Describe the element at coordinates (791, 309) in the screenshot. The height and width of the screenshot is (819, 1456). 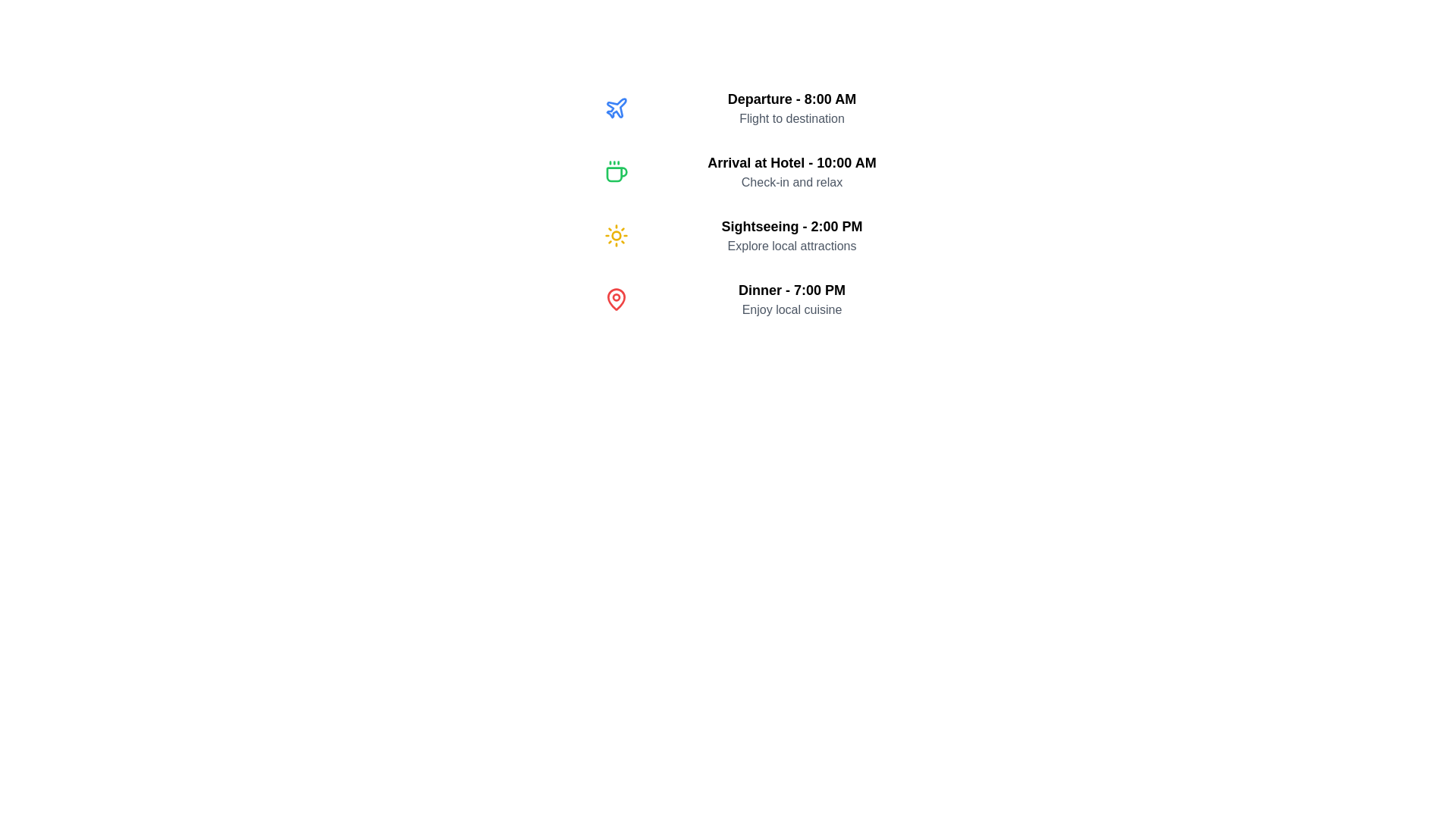
I see `the Text Label displaying 'Enjoy local cuisine.' which is styled in gray and located below the bold text 'Dinner - 7:00 PM.'` at that location.